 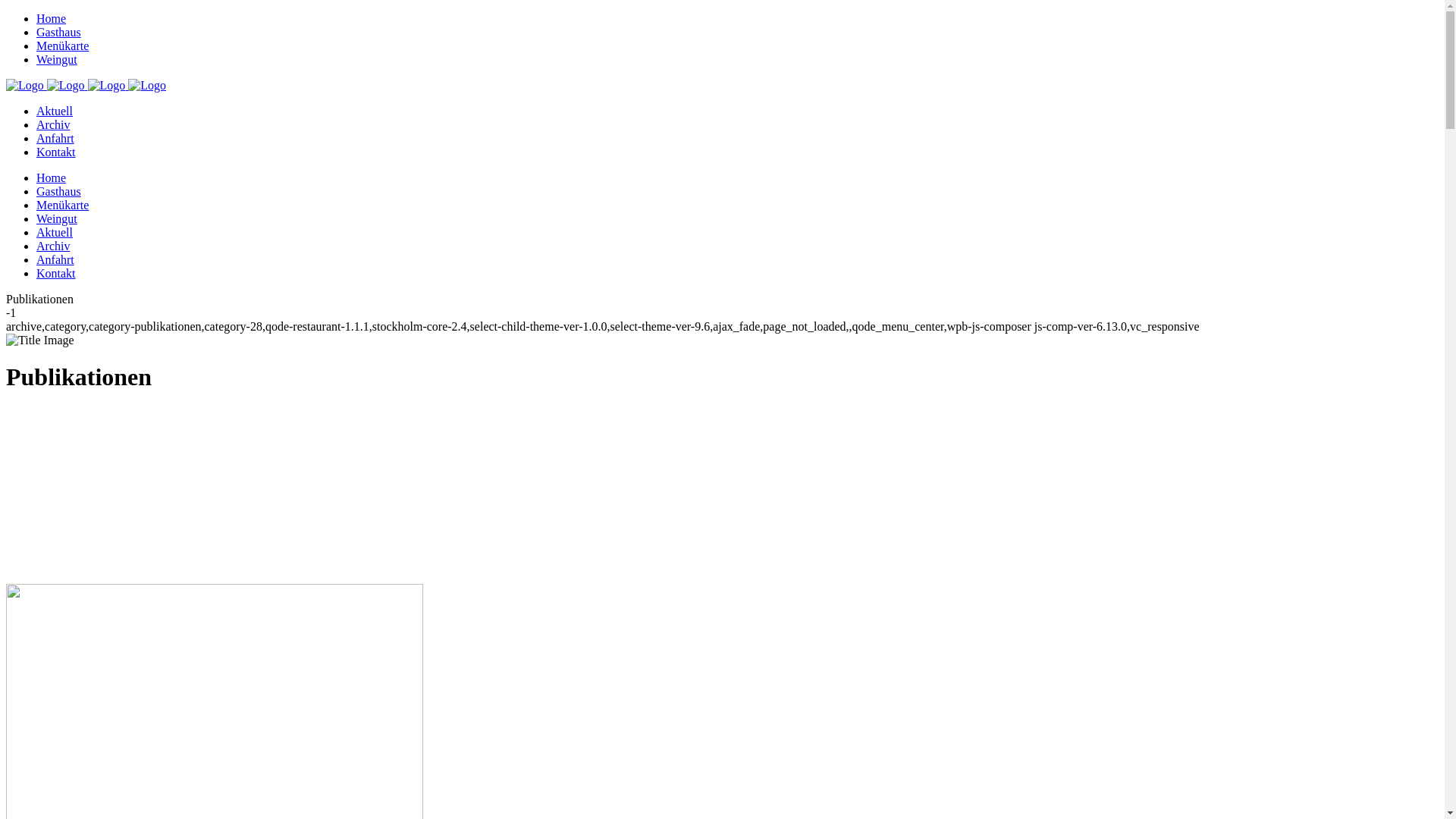 I want to click on 'Home', so click(x=51, y=18).